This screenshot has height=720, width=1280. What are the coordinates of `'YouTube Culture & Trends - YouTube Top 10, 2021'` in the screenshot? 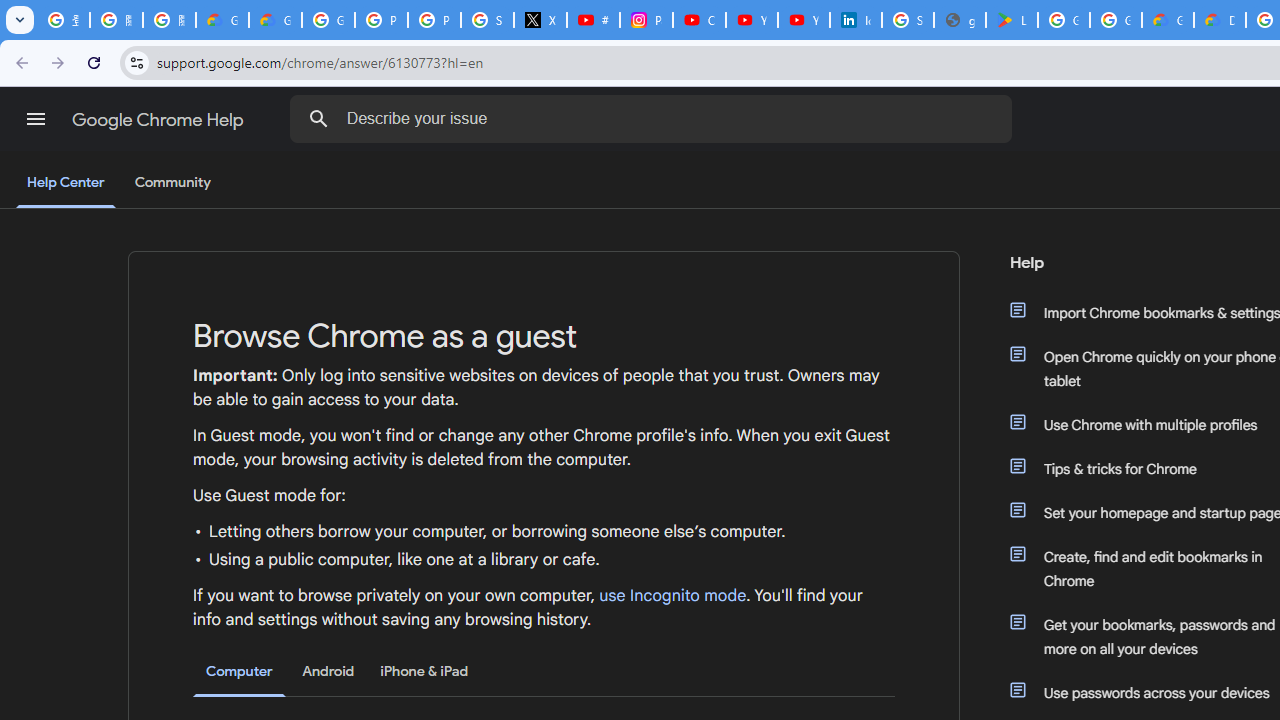 It's located at (803, 20).